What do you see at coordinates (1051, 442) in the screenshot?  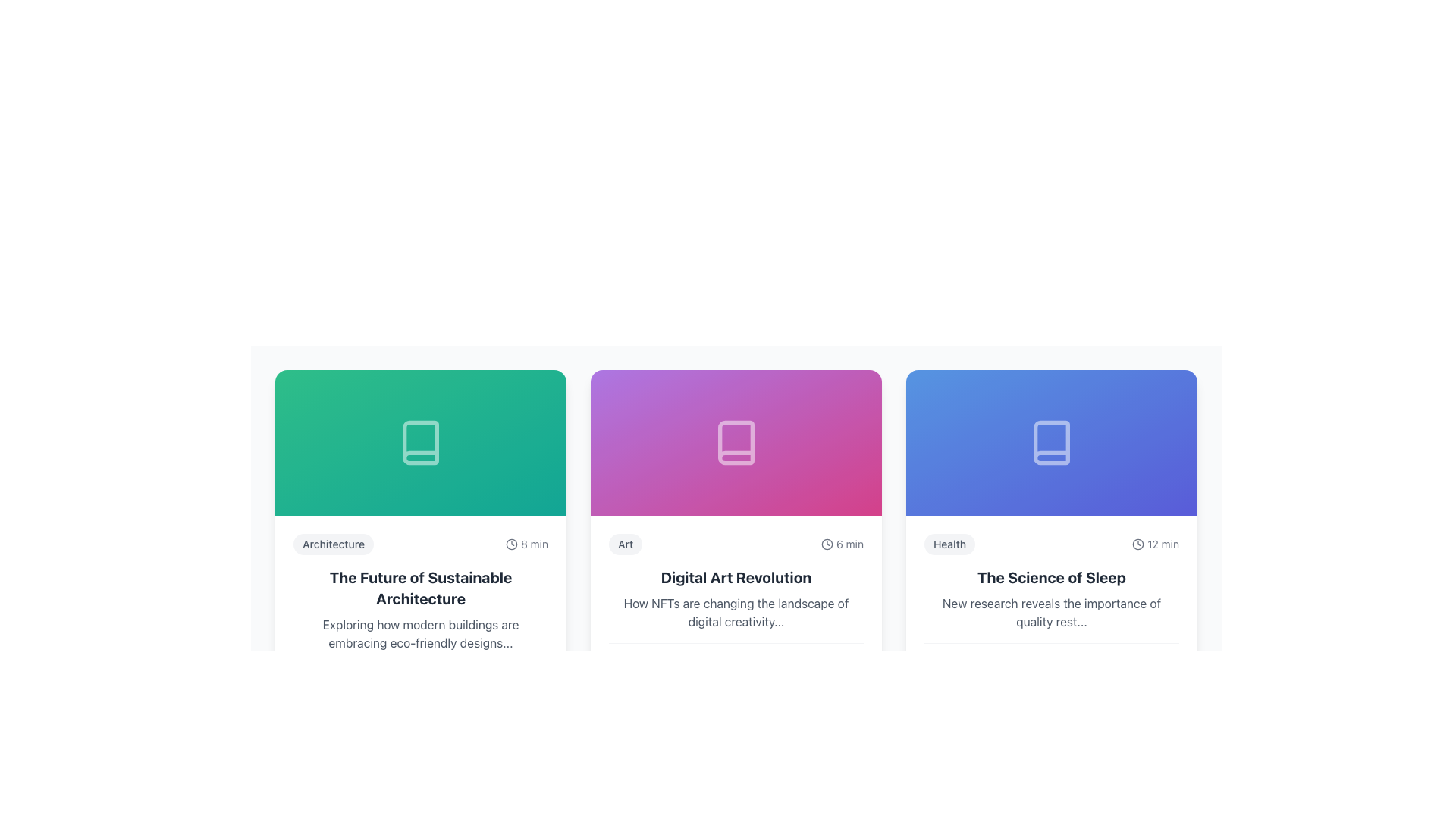 I see `the simplified book icon located in the top-center of the health-related card with a blue-gradient background` at bounding box center [1051, 442].